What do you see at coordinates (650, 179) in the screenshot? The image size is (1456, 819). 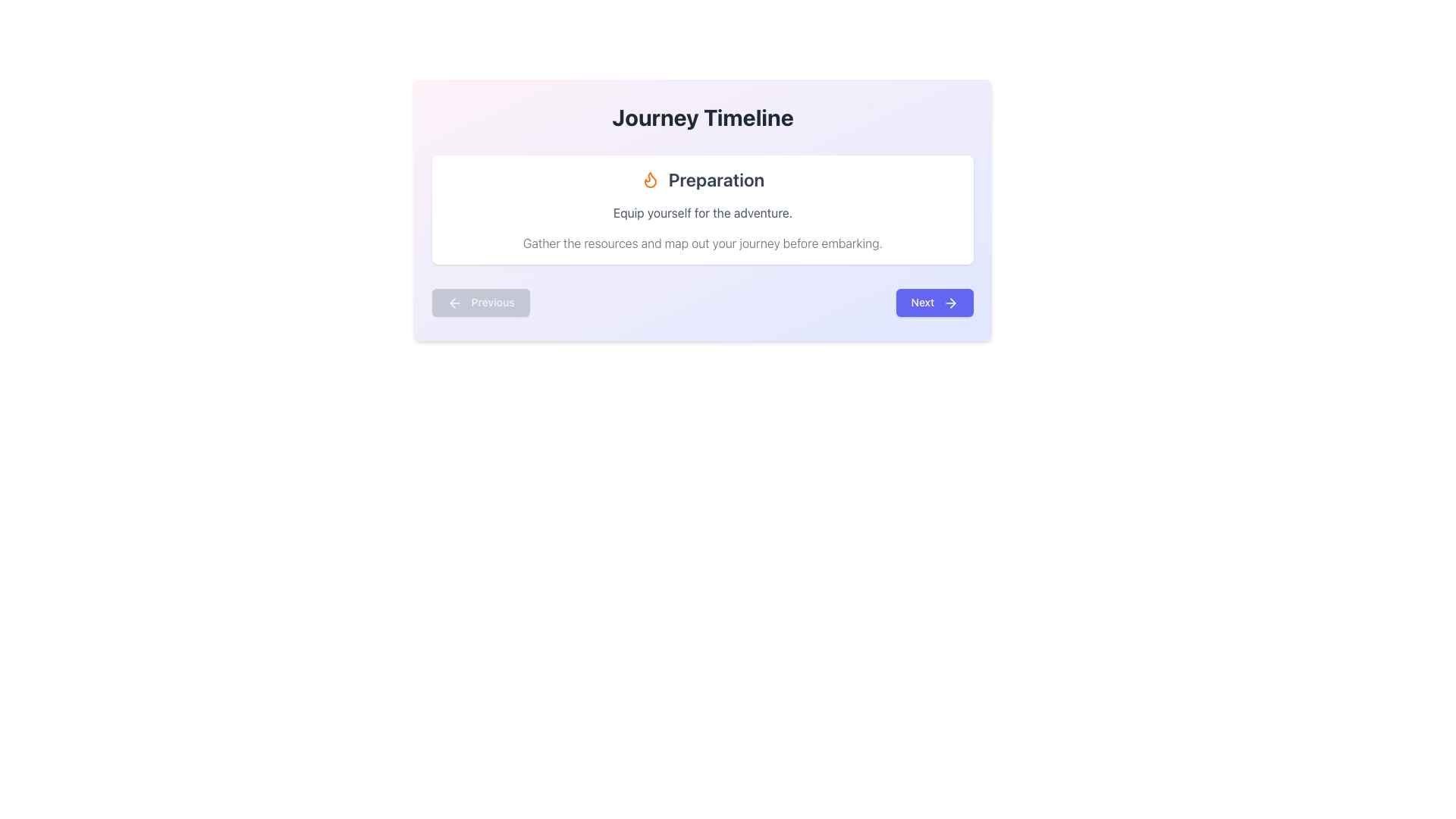 I see `the flame-shaped orange icon located to the left of the 'Preparation' text in the 'Journey Timeline' section` at bounding box center [650, 179].